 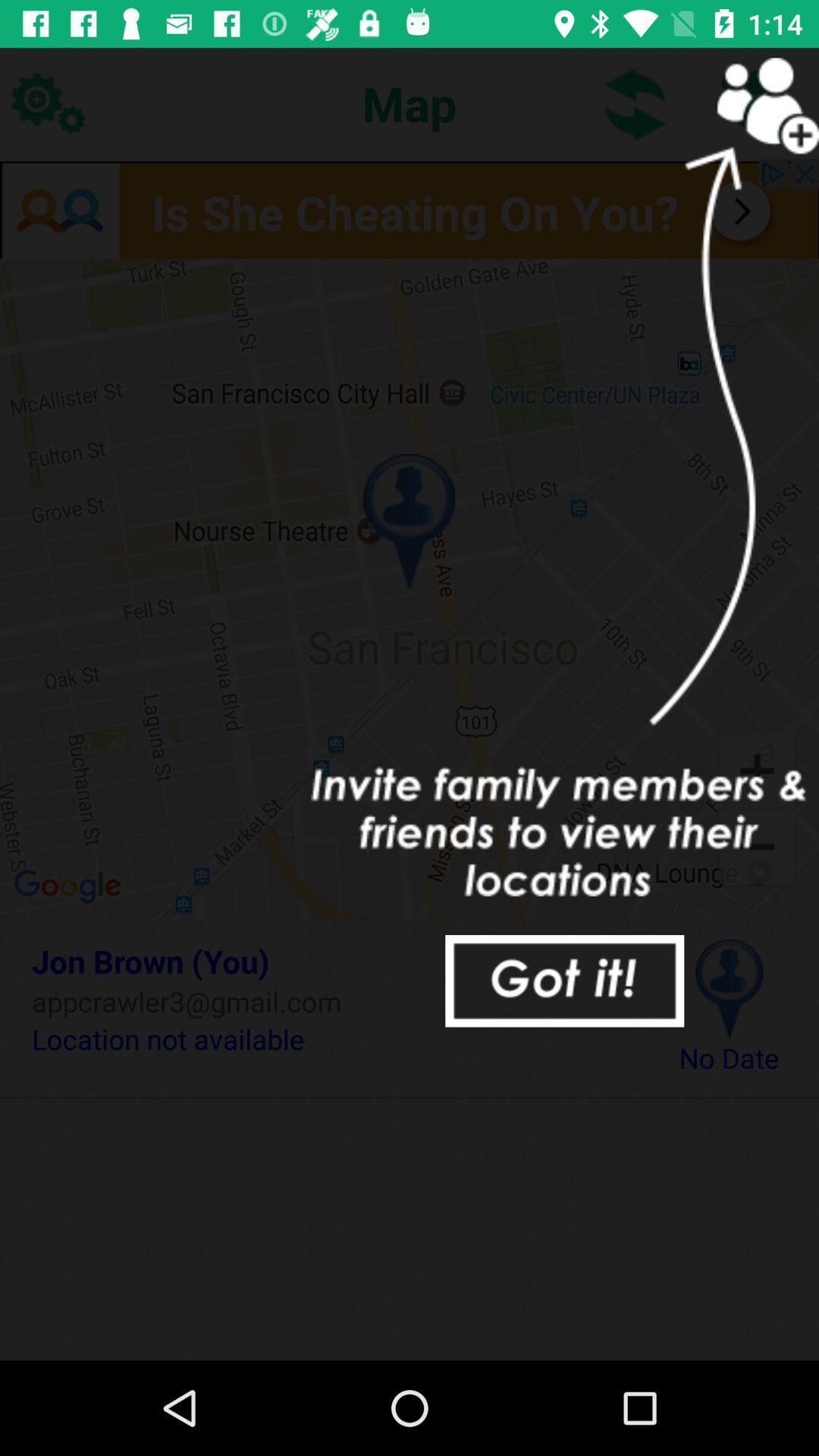 I want to click on settings, so click(x=46, y=102).